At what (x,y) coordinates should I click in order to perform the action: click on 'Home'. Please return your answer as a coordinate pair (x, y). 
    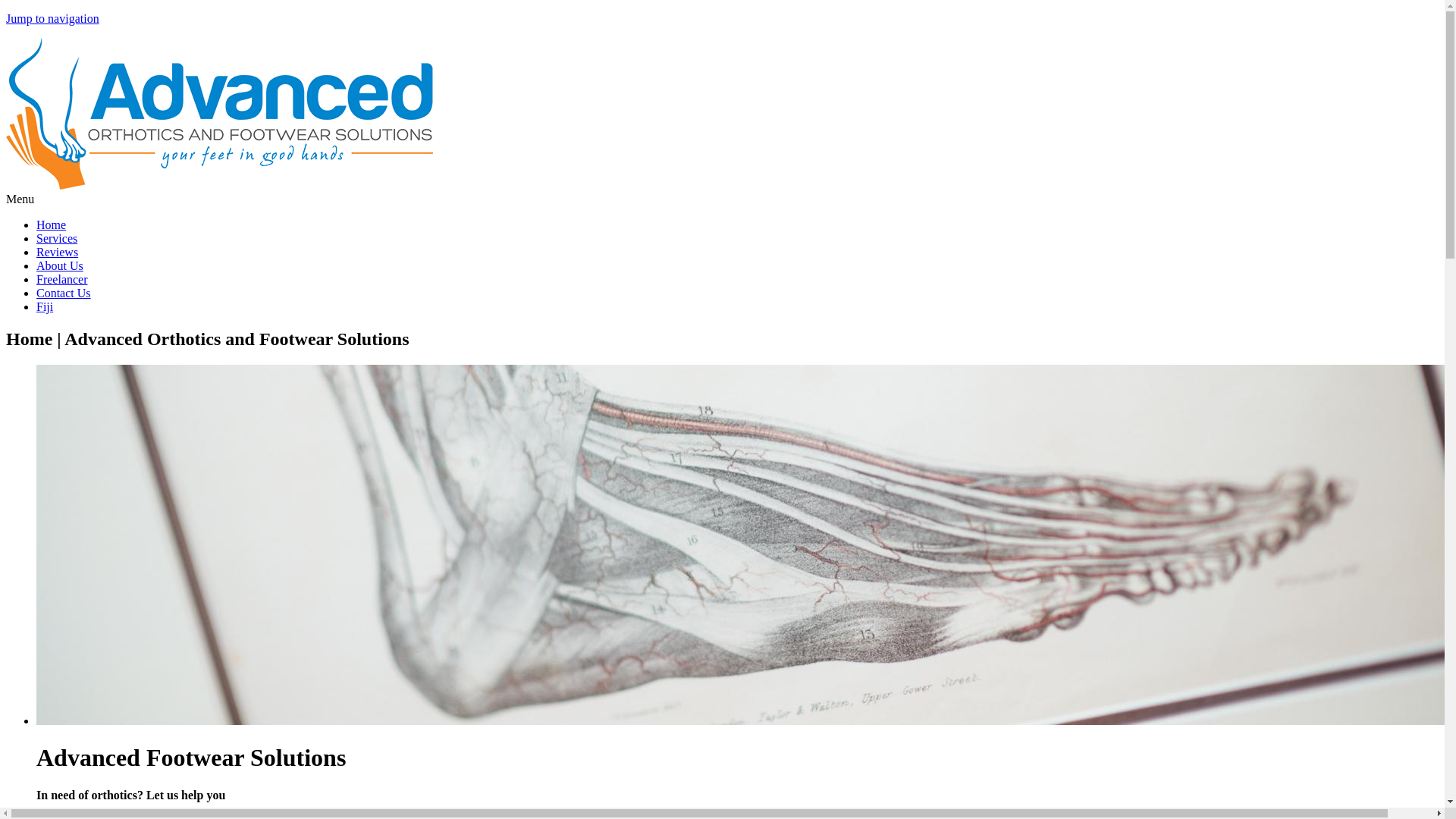
    Looking at the image, I should click on (6, 184).